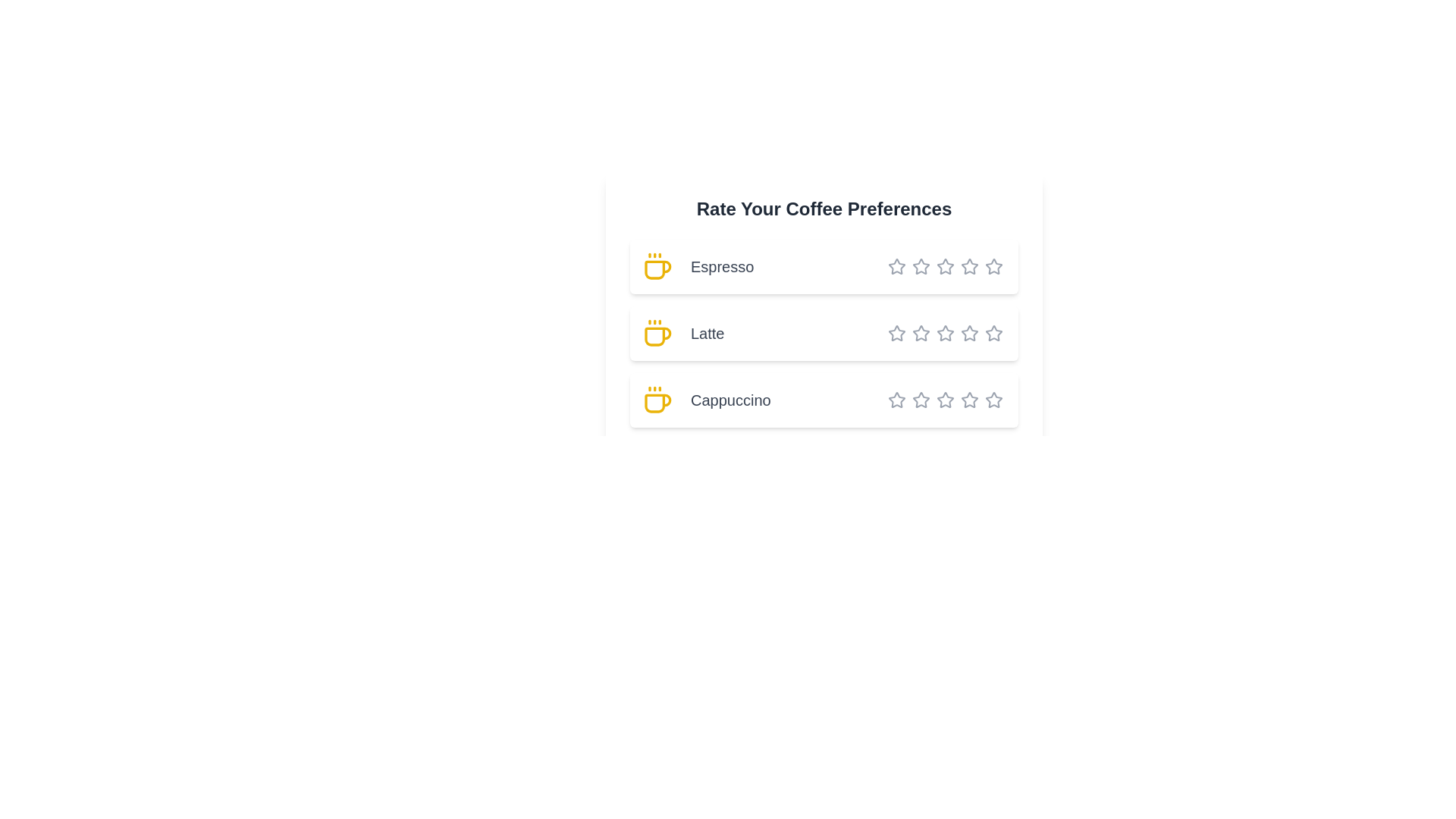  I want to click on the star corresponding to 1 stars for the coffee type Latte, so click(896, 332).